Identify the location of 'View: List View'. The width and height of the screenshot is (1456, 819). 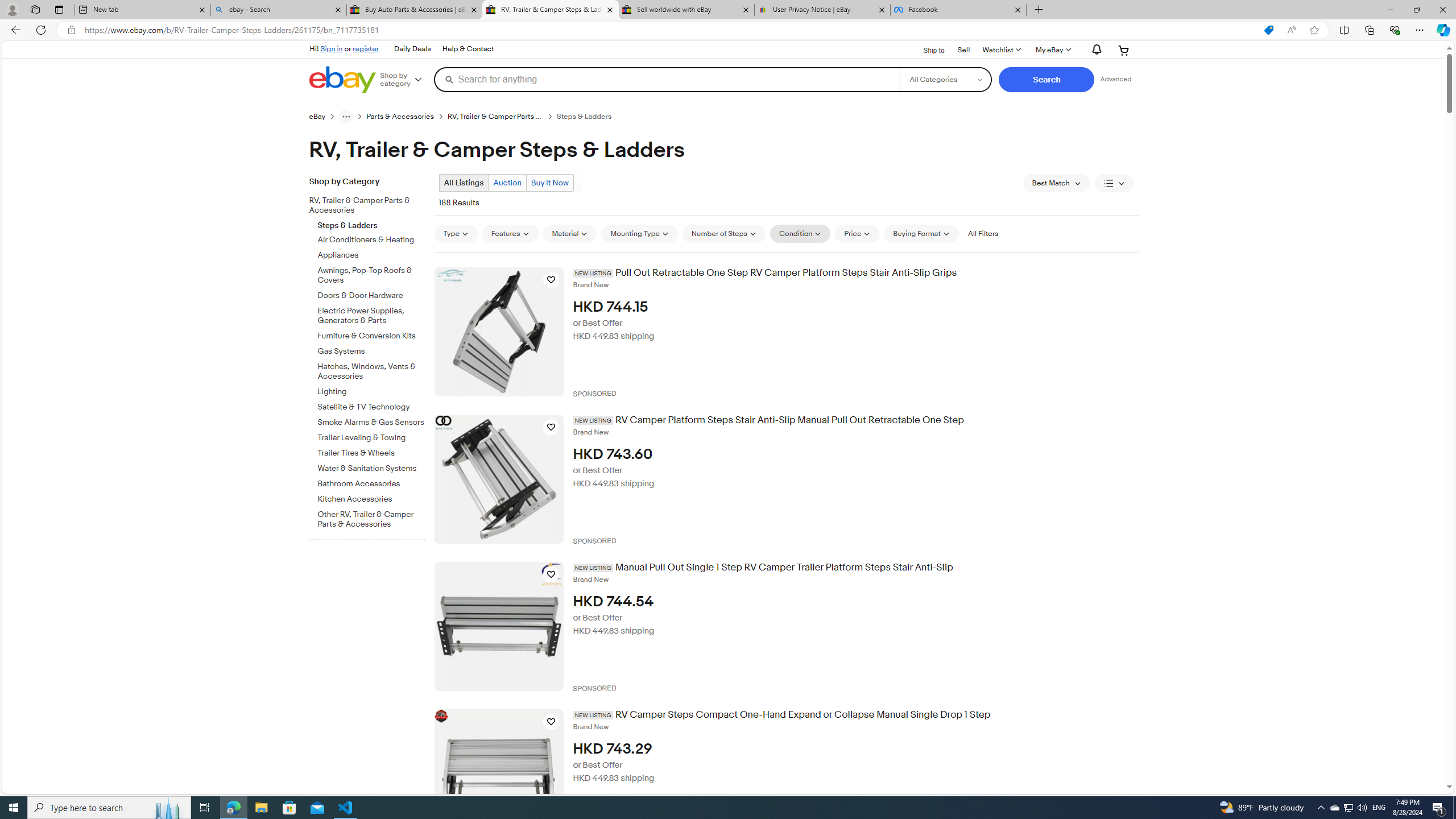
(1114, 183).